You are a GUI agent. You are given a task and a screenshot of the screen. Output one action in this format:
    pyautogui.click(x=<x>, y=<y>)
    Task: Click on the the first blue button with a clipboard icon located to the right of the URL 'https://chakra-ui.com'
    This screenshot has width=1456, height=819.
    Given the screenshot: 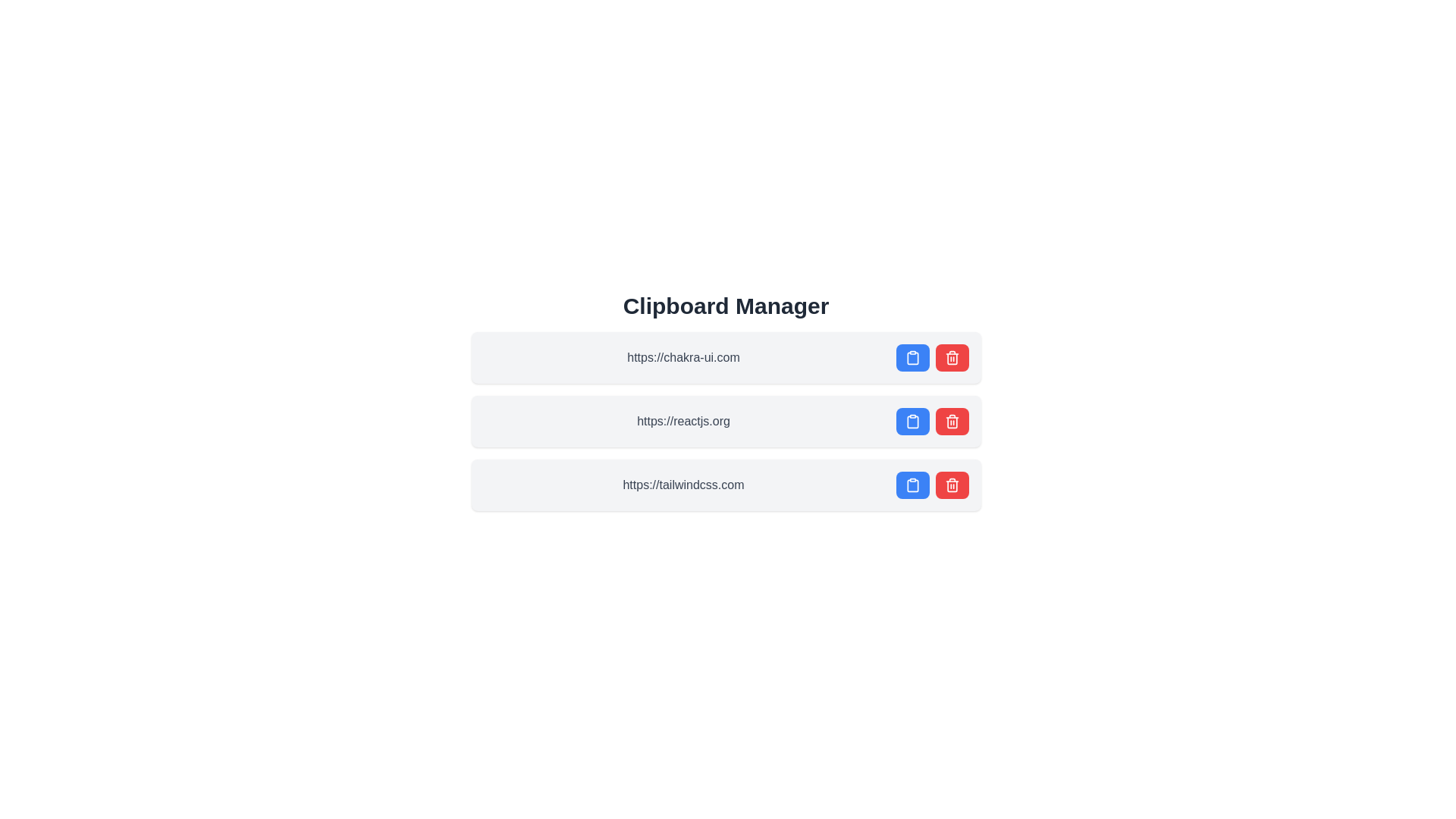 What is the action you would take?
    pyautogui.click(x=912, y=357)
    